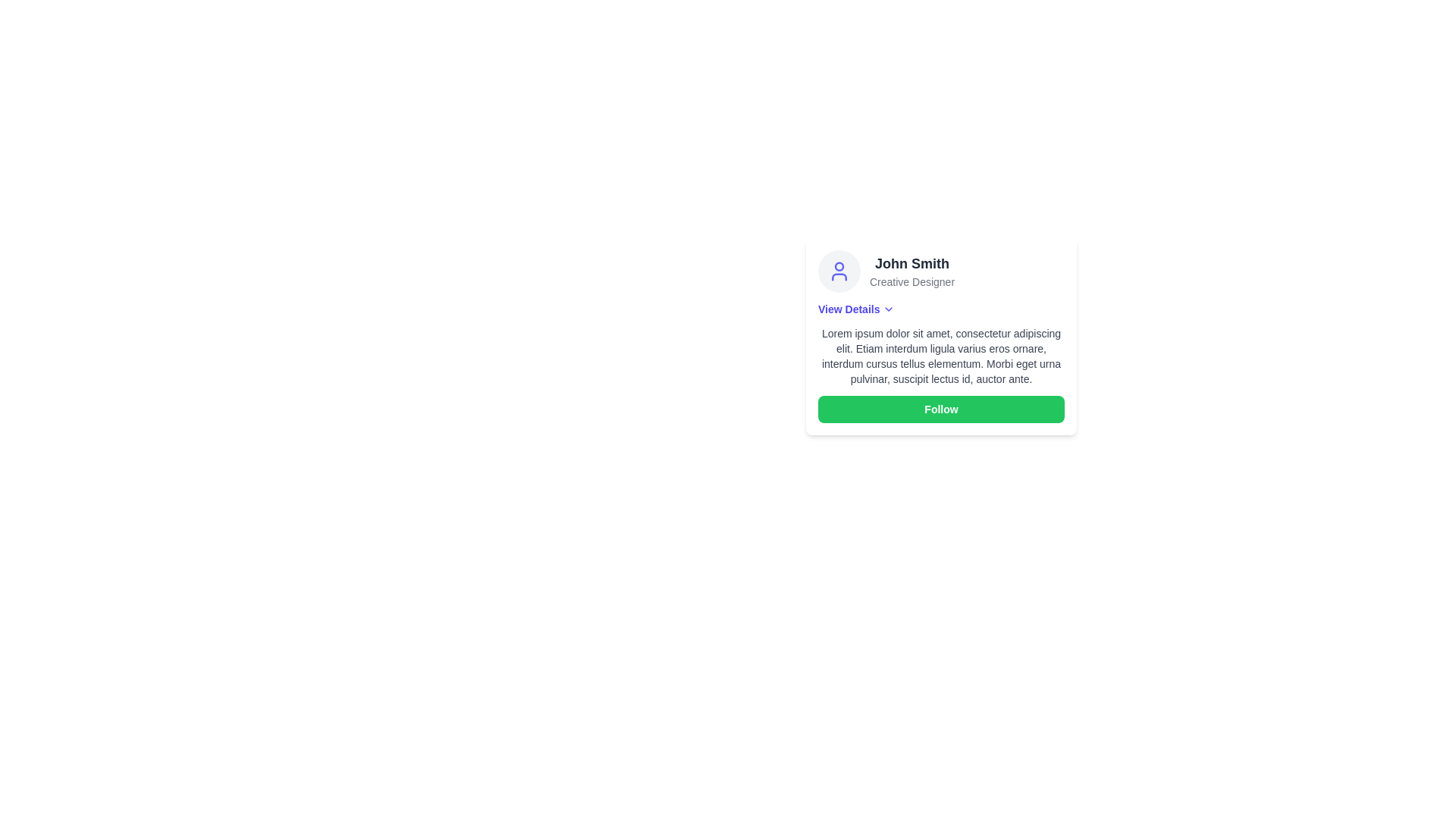 The image size is (1456, 819). Describe the element at coordinates (839, 271) in the screenshot. I see `the SVG User Icon located at the top-left corner of the card structure` at that location.